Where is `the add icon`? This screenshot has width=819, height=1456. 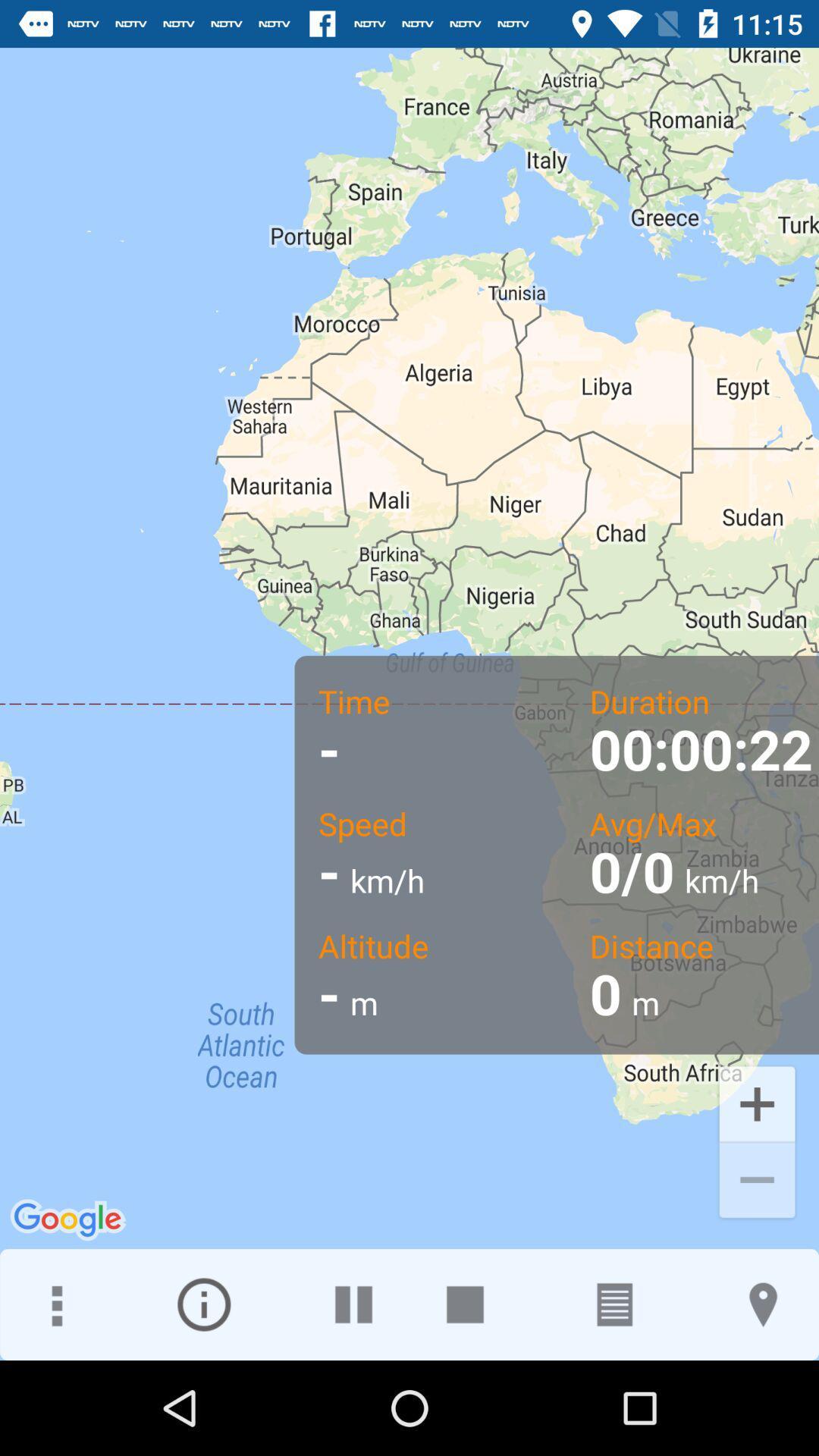 the add icon is located at coordinates (757, 1103).